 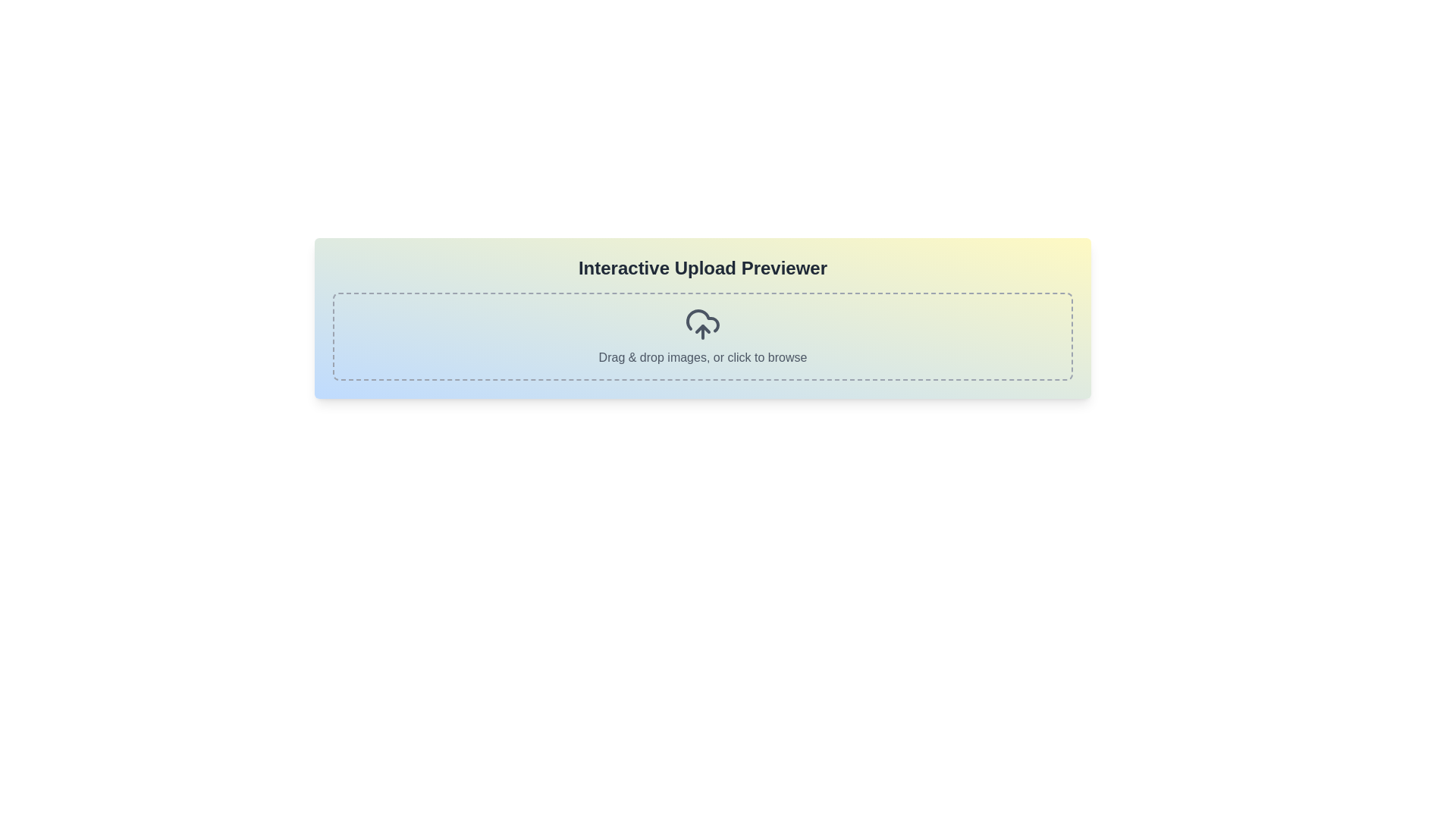 What do you see at coordinates (701, 324) in the screenshot?
I see `the outlined cloud icon with an upward-pointing arrow, which represents the 'upload' action, located centrally within the dashed border box` at bounding box center [701, 324].